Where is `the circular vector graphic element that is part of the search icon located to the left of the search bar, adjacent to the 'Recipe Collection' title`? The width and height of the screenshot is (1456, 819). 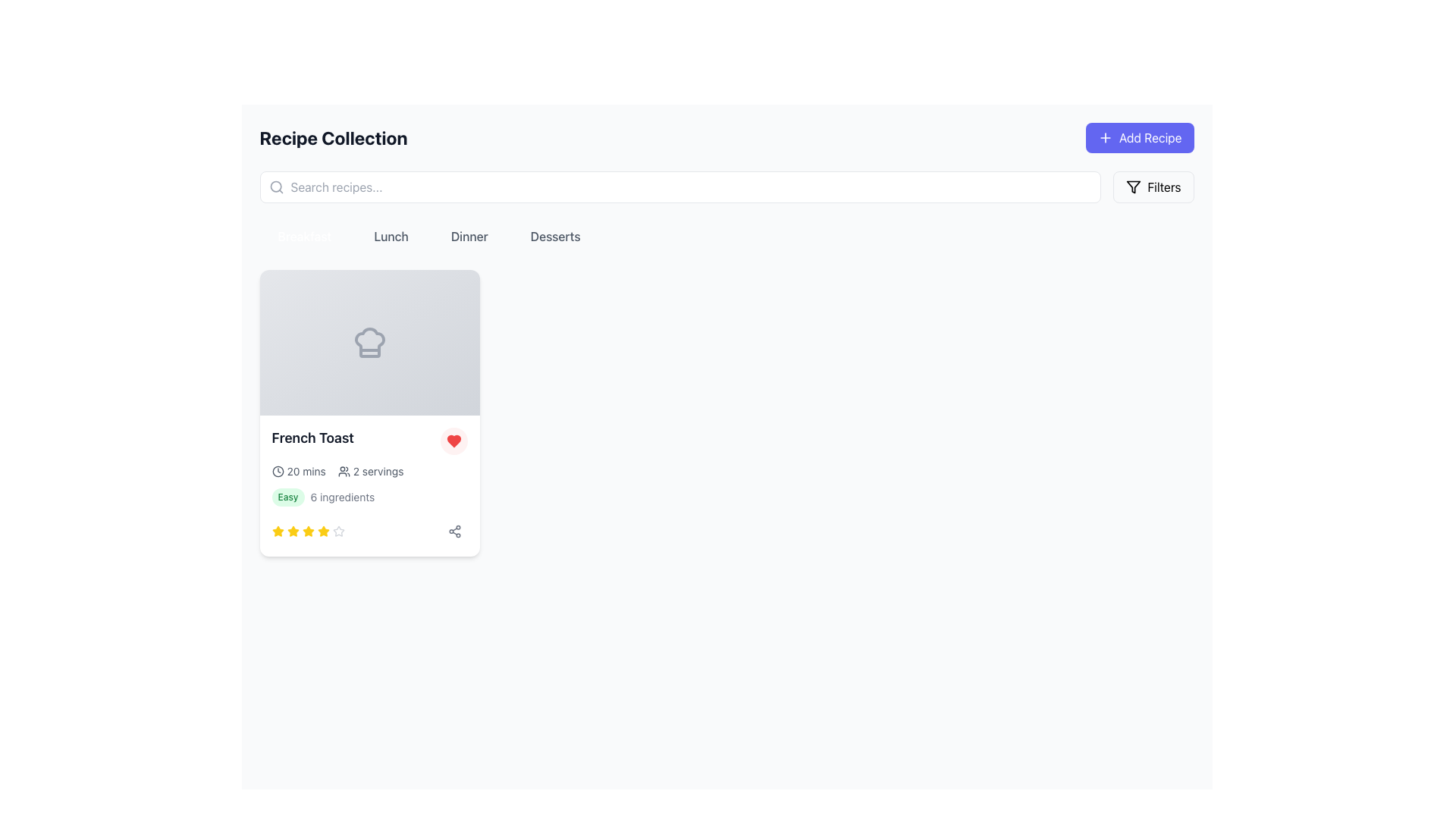
the circular vector graphic element that is part of the search icon located to the left of the search bar, adjacent to the 'Recipe Collection' title is located at coordinates (275, 186).